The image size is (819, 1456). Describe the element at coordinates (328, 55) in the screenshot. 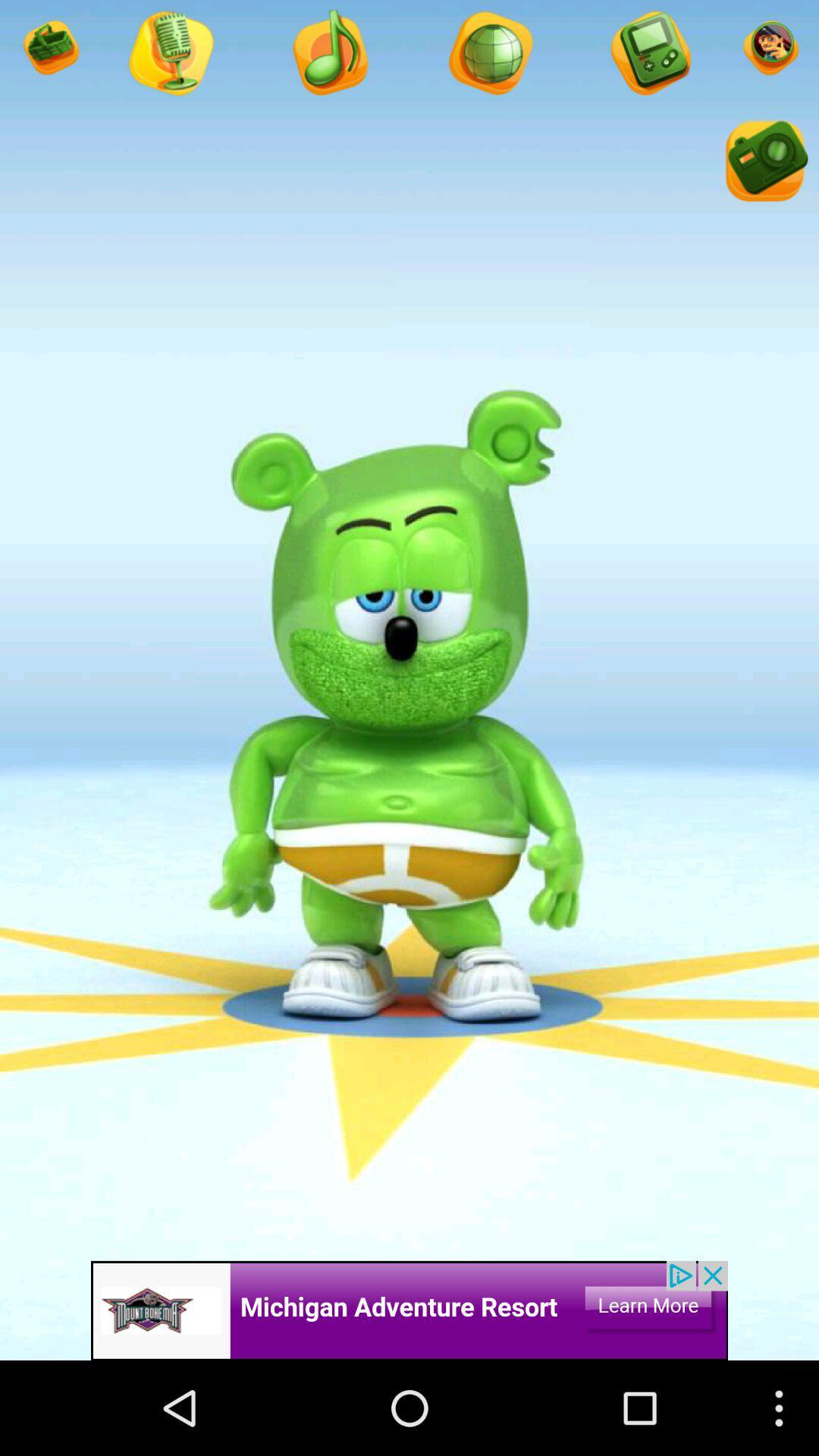

I see `music` at that location.